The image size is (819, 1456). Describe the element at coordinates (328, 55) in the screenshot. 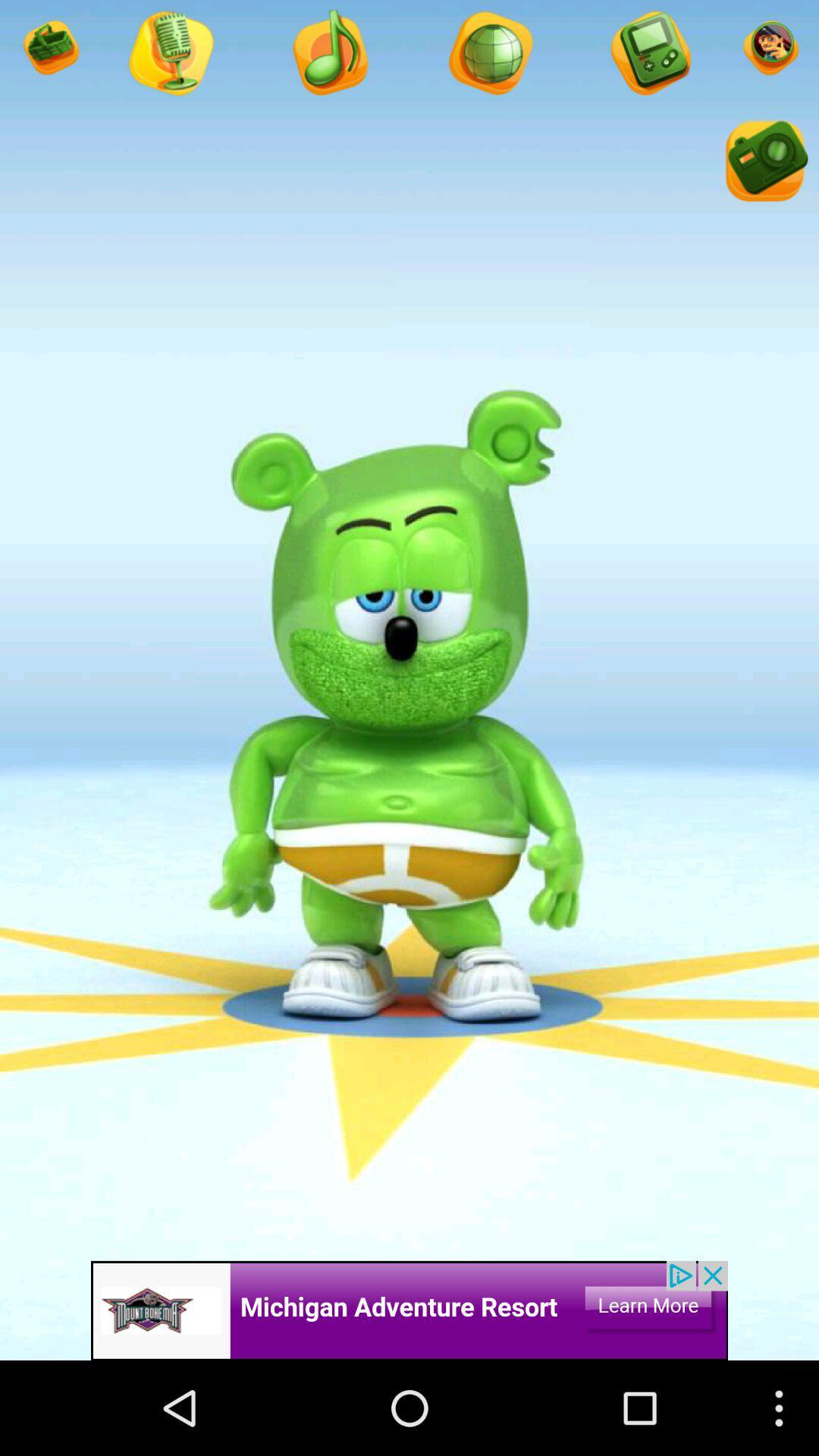

I see `music` at that location.